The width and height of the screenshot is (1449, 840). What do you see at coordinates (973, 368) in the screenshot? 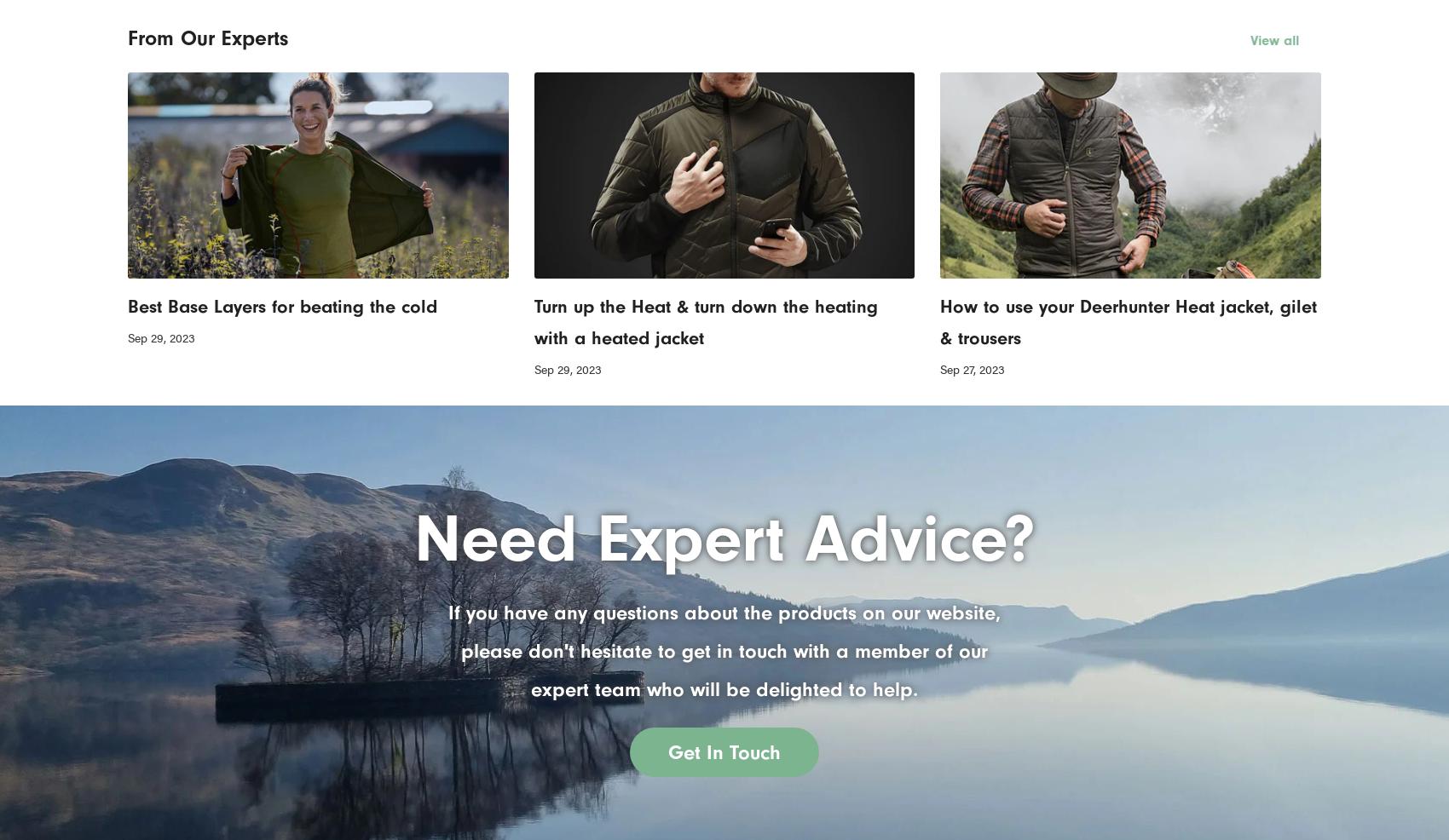
I see `'Sep 27, 2023'` at bounding box center [973, 368].